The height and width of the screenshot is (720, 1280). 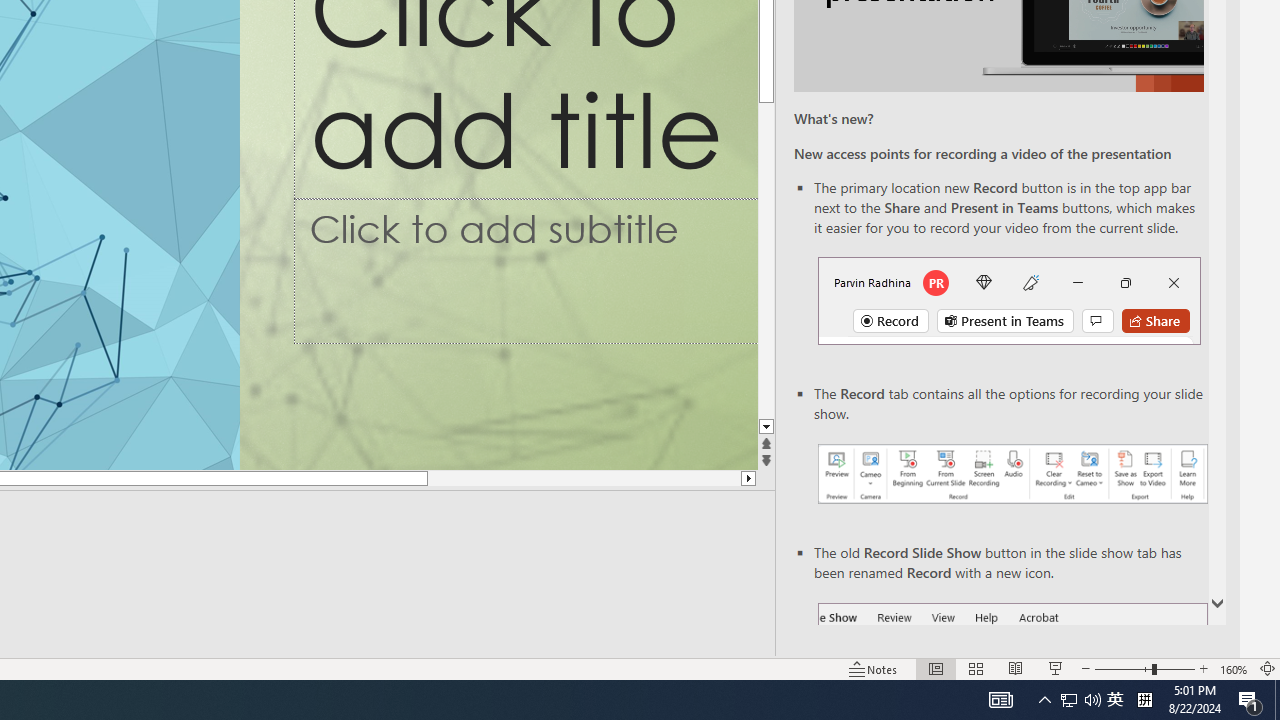 What do you see at coordinates (526, 271) in the screenshot?
I see `'Subtitle TextBox'` at bounding box center [526, 271].